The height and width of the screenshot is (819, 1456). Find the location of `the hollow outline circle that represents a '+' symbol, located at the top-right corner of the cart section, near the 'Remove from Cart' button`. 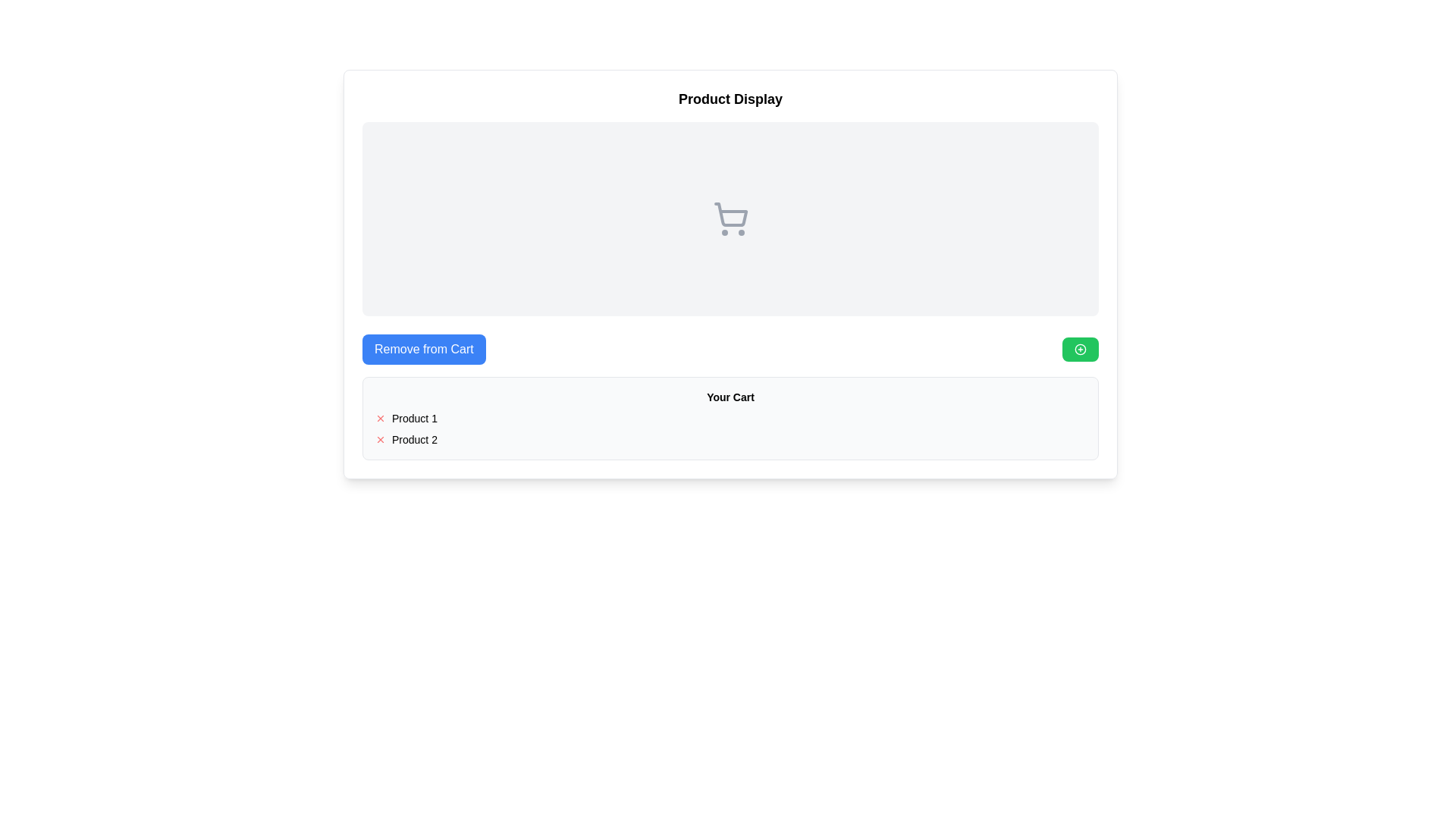

the hollow outline circle that represents a '+' symbol, located at the top-right corner of the cart section, near the 'Remove from Cart' button is located at coordinates (1080, 350).